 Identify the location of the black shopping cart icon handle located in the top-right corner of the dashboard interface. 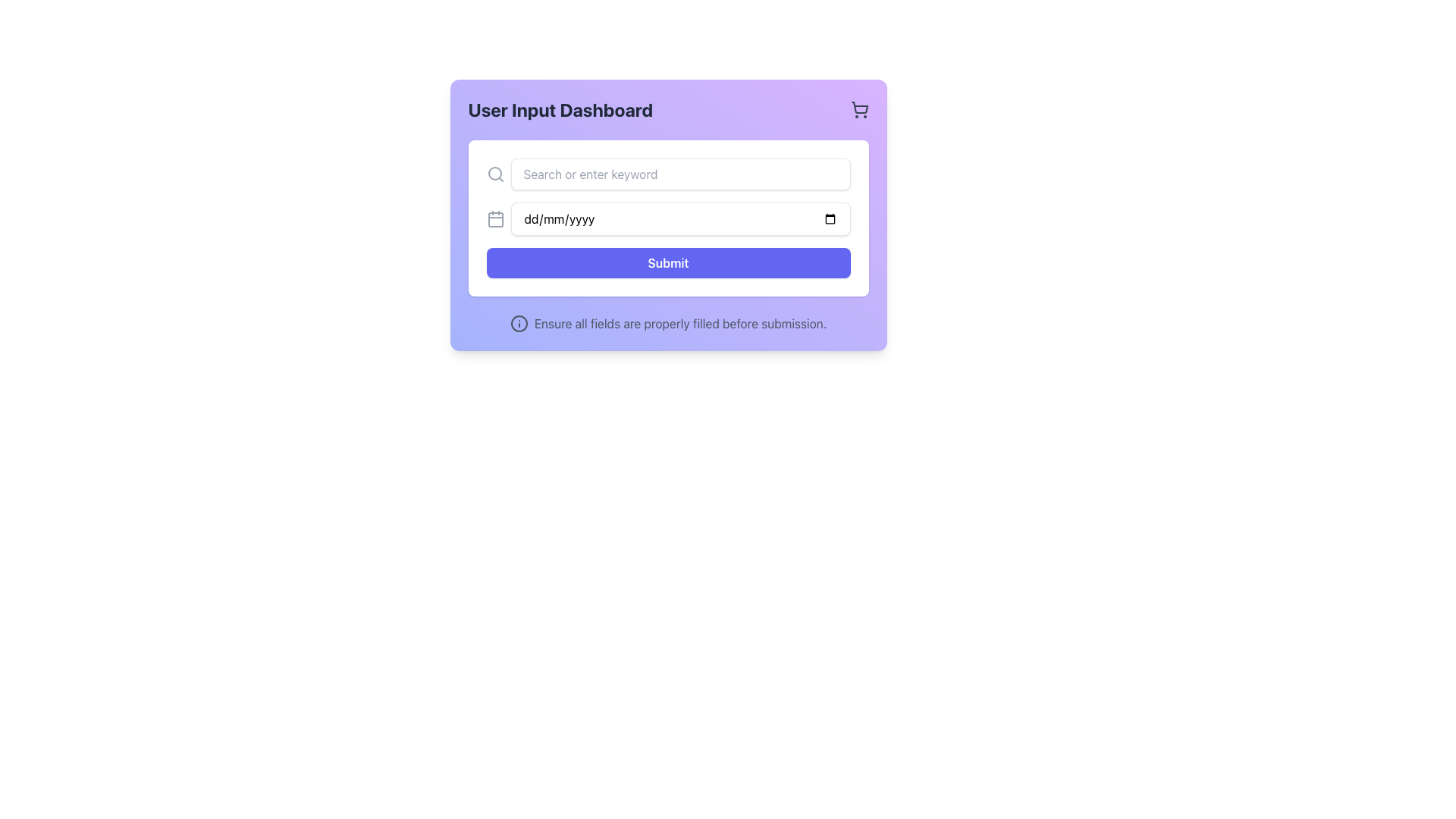
(859, 107).